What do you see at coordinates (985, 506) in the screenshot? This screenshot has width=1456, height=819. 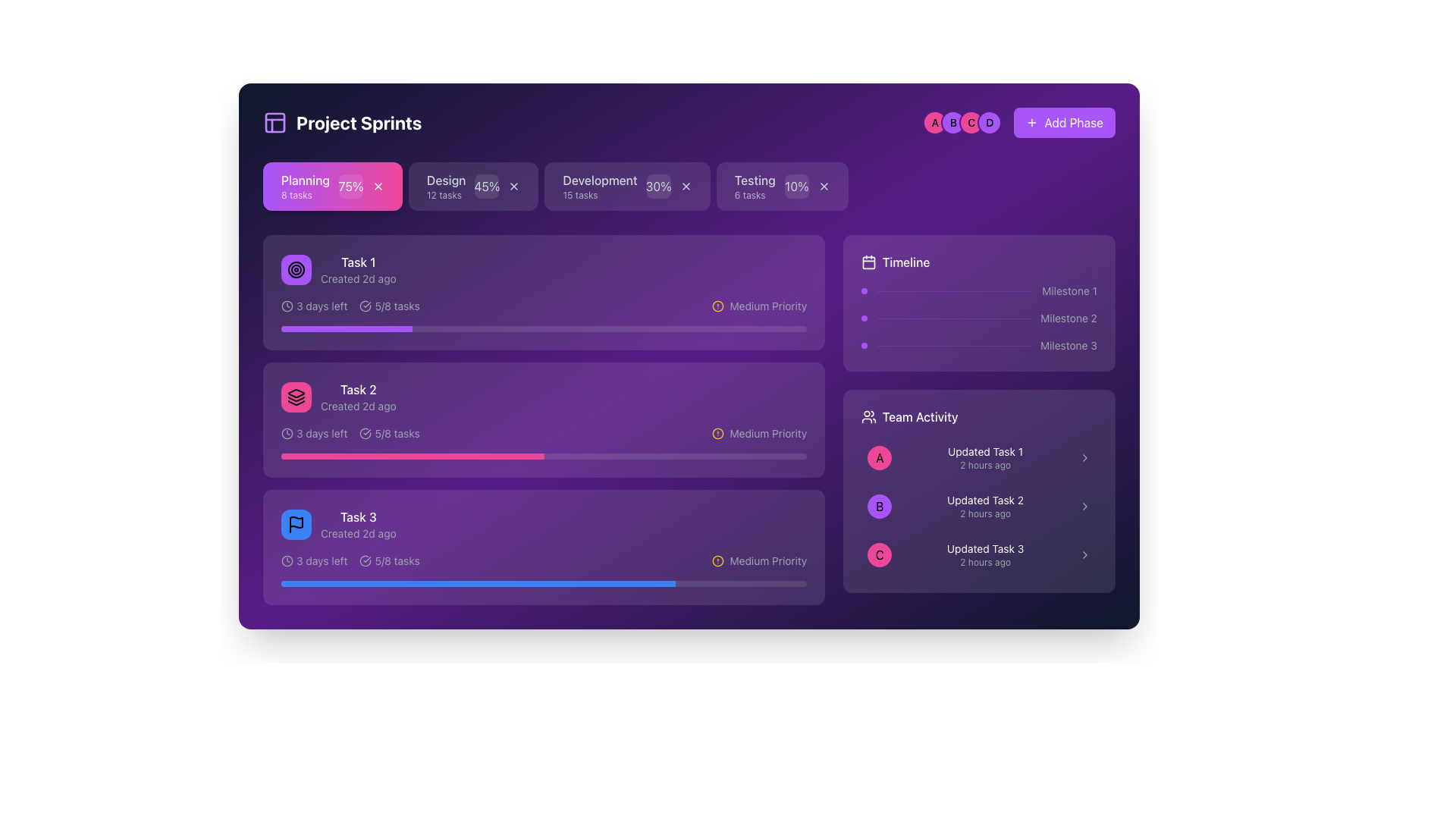 I see `the Label displaying 'Updated Task 2' with the supporting text '2 hours ago' within the 'Team Activity' section, located to the right of the main task board` at bounding box center [985, 506].